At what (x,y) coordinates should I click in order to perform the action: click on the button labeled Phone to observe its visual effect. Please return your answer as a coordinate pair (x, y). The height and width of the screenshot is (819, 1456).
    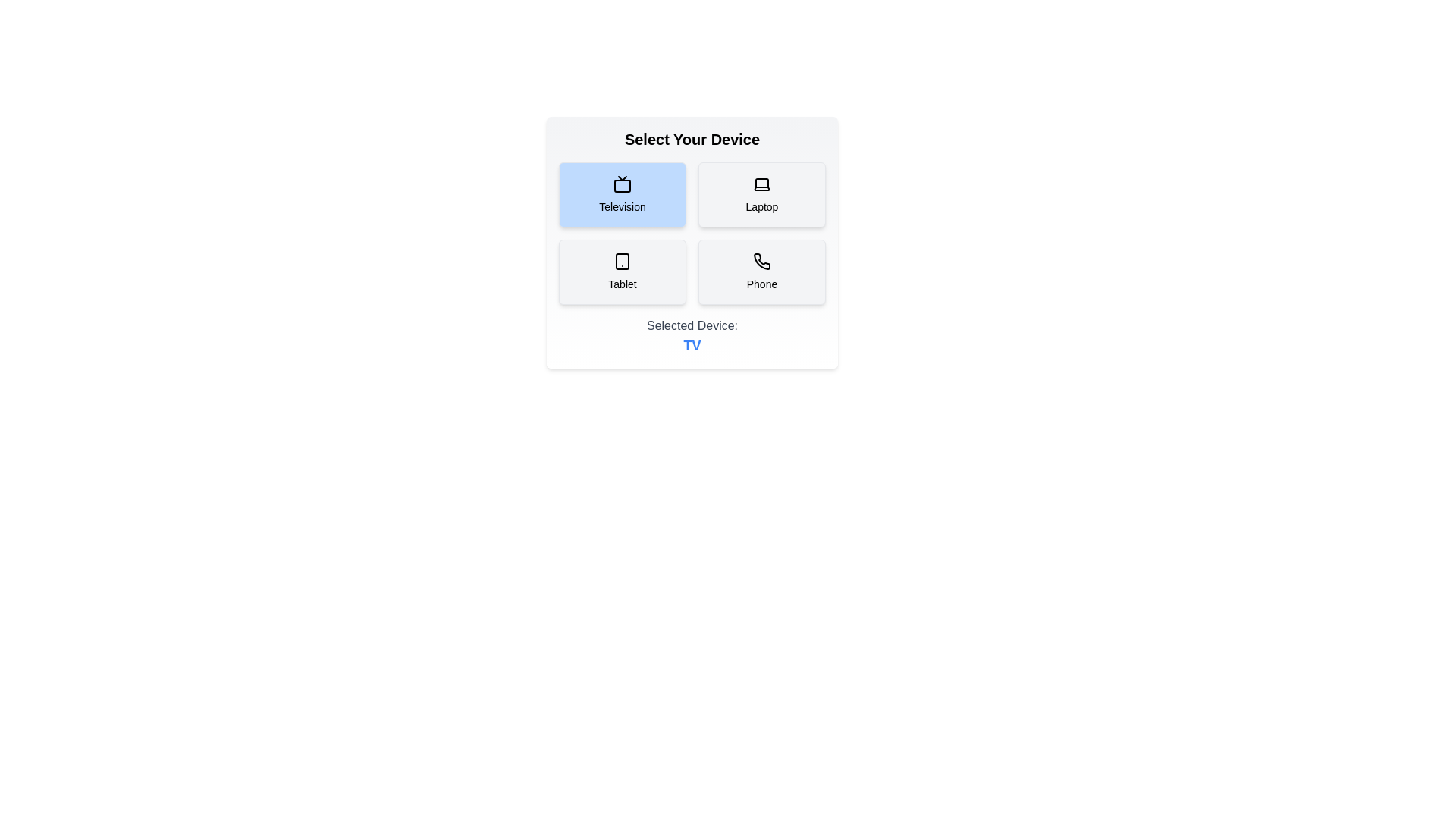
    Looking at the image, I should click on (761, 271).